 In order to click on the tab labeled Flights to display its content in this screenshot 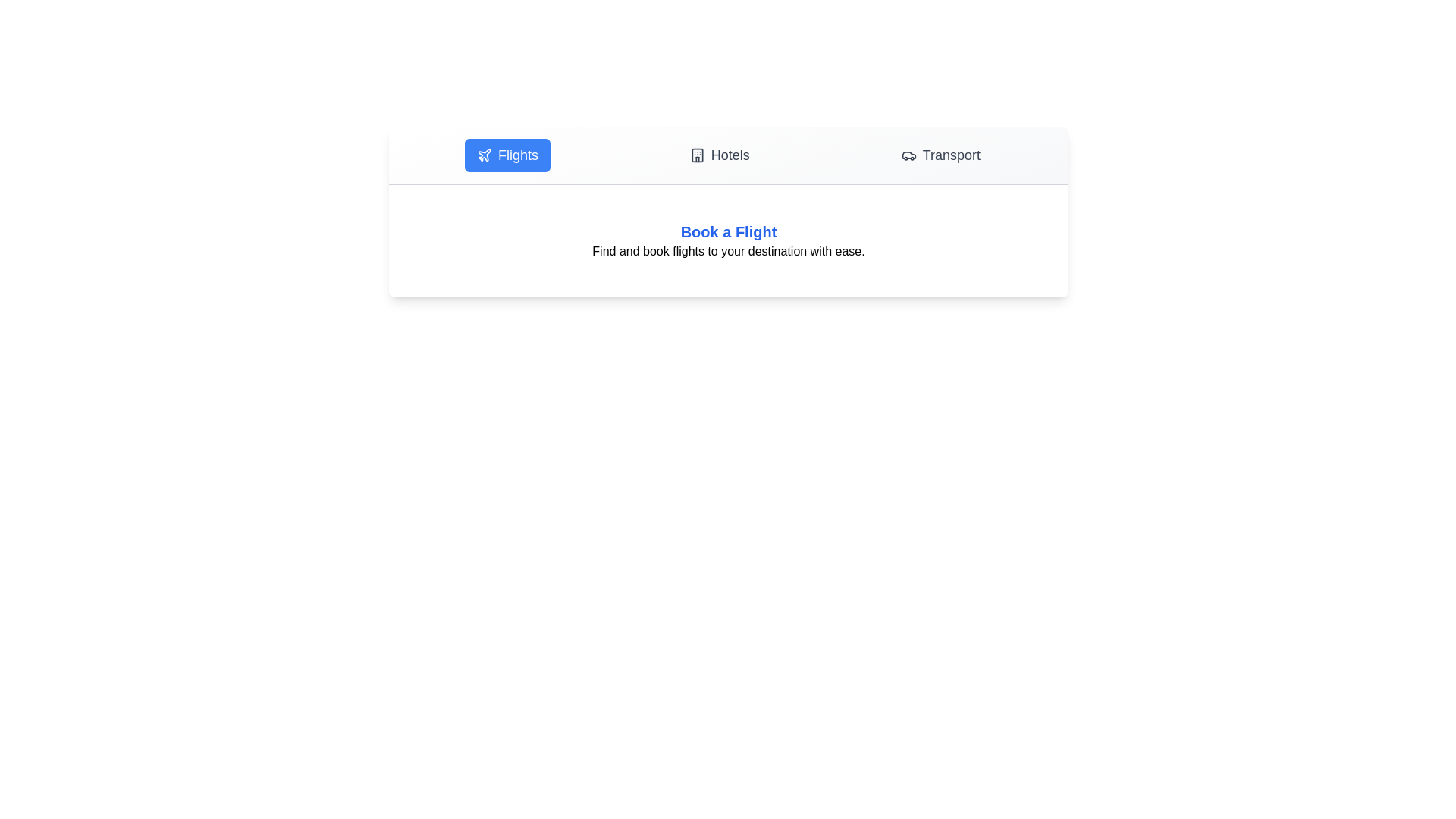, I will do `click(507, 155)`.